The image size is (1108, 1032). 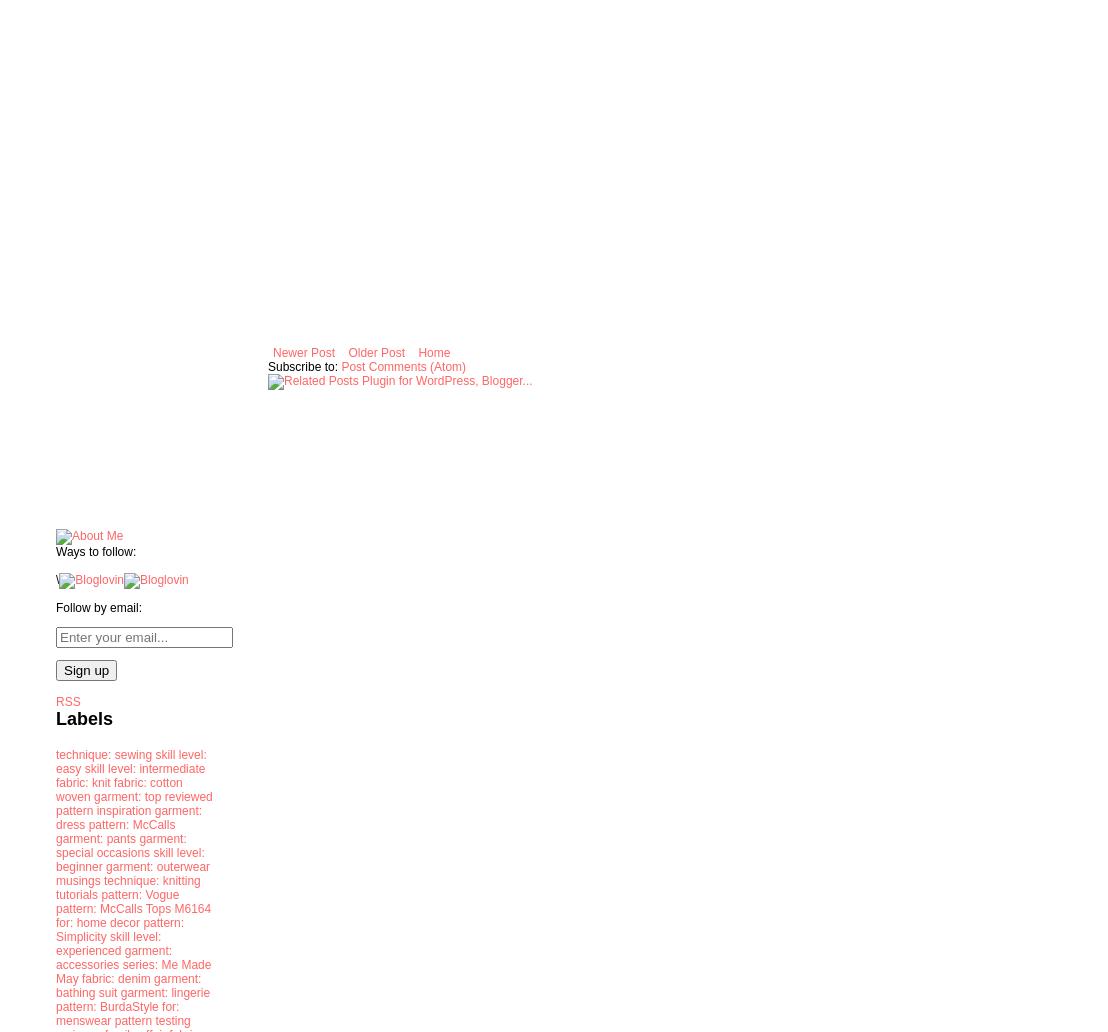 What do you see at coordinates (157, 865) in the screenshot?
I see `'garment: outerwear'` at bounding box center [157, 865].